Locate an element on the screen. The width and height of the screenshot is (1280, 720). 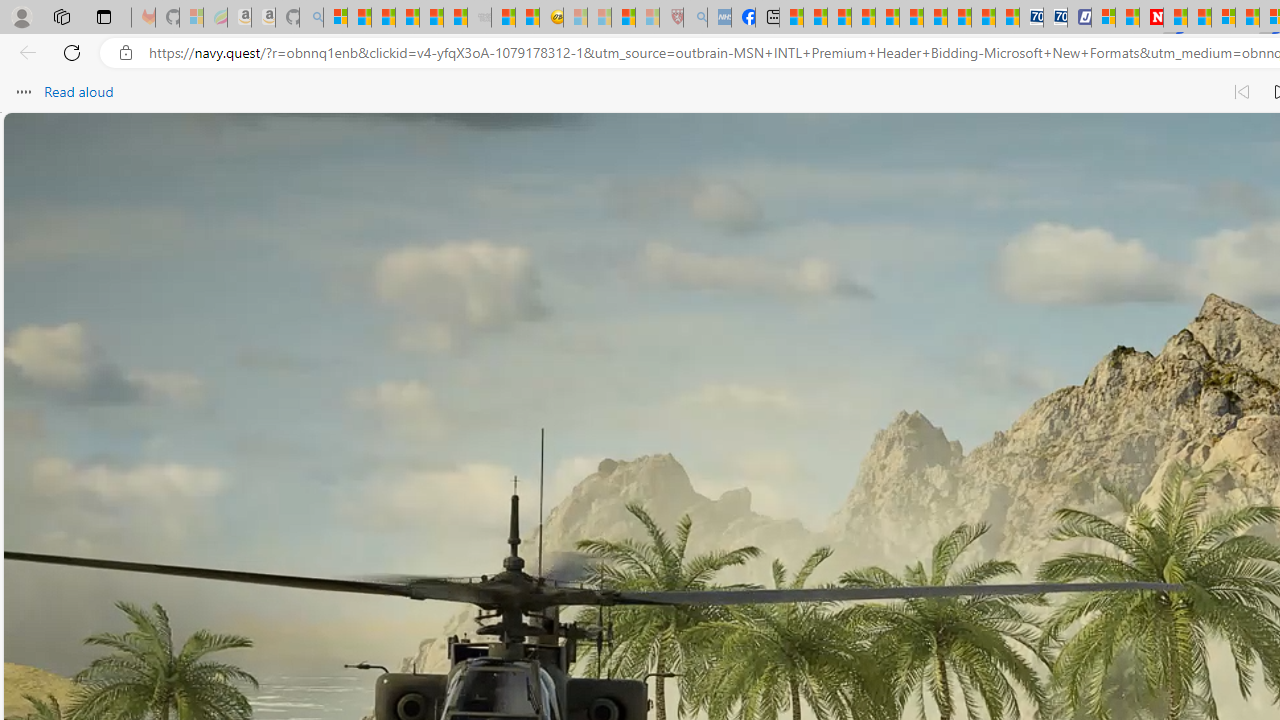
'Latest Politics News & Archive | Newsweek.com' is located at coordinates (1152, 17).